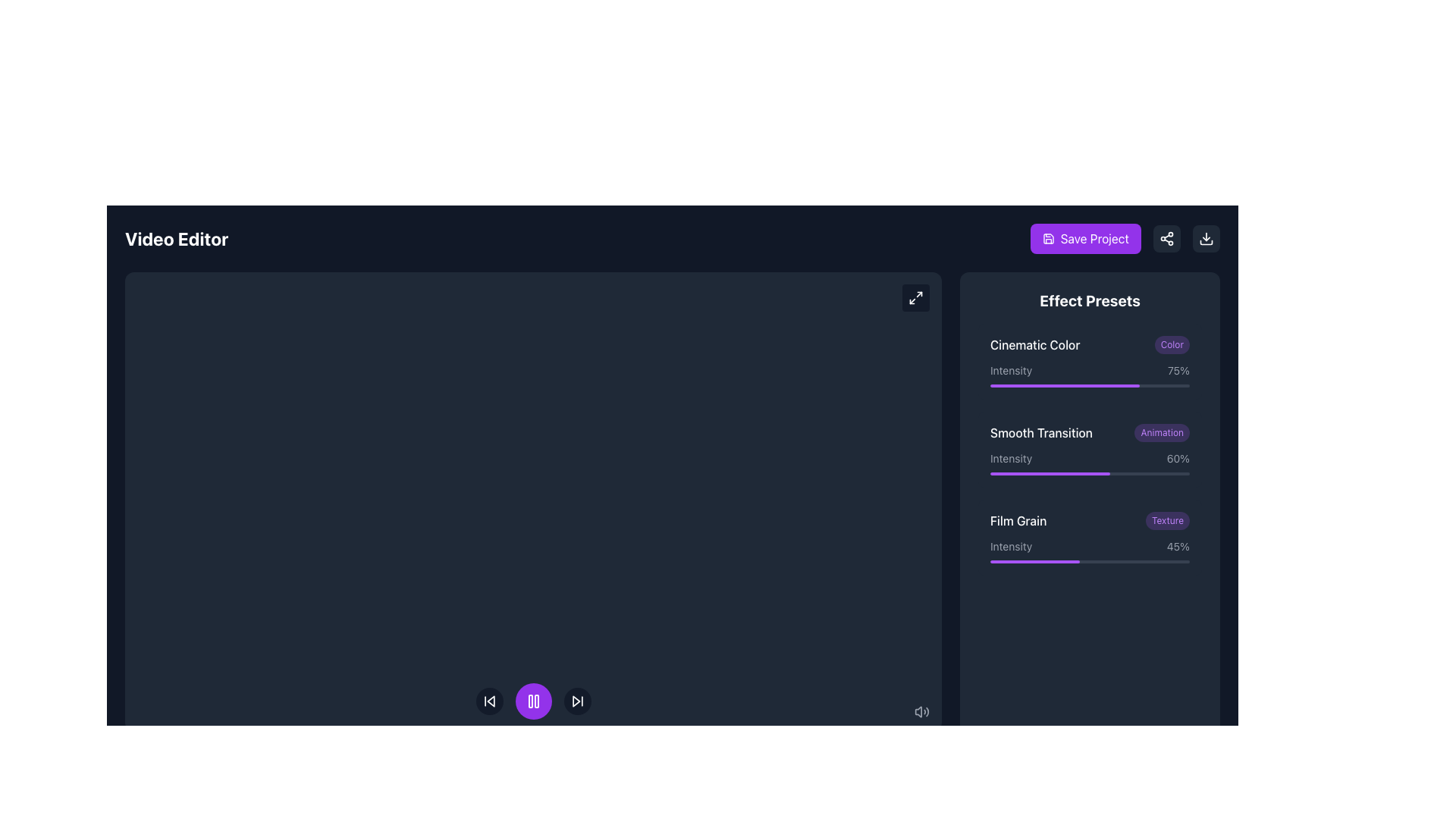 The height and width of the screenshot is (819, 1456). Describe the element at coordinates (1089, 561) in the screenshot. I see `Progress bar indicating the intensity level (45%) of the 'Film Grain' effect, located in the bottom part of the 'Film Grain' intensity row within the 'Effect Presets' panel` at that location.